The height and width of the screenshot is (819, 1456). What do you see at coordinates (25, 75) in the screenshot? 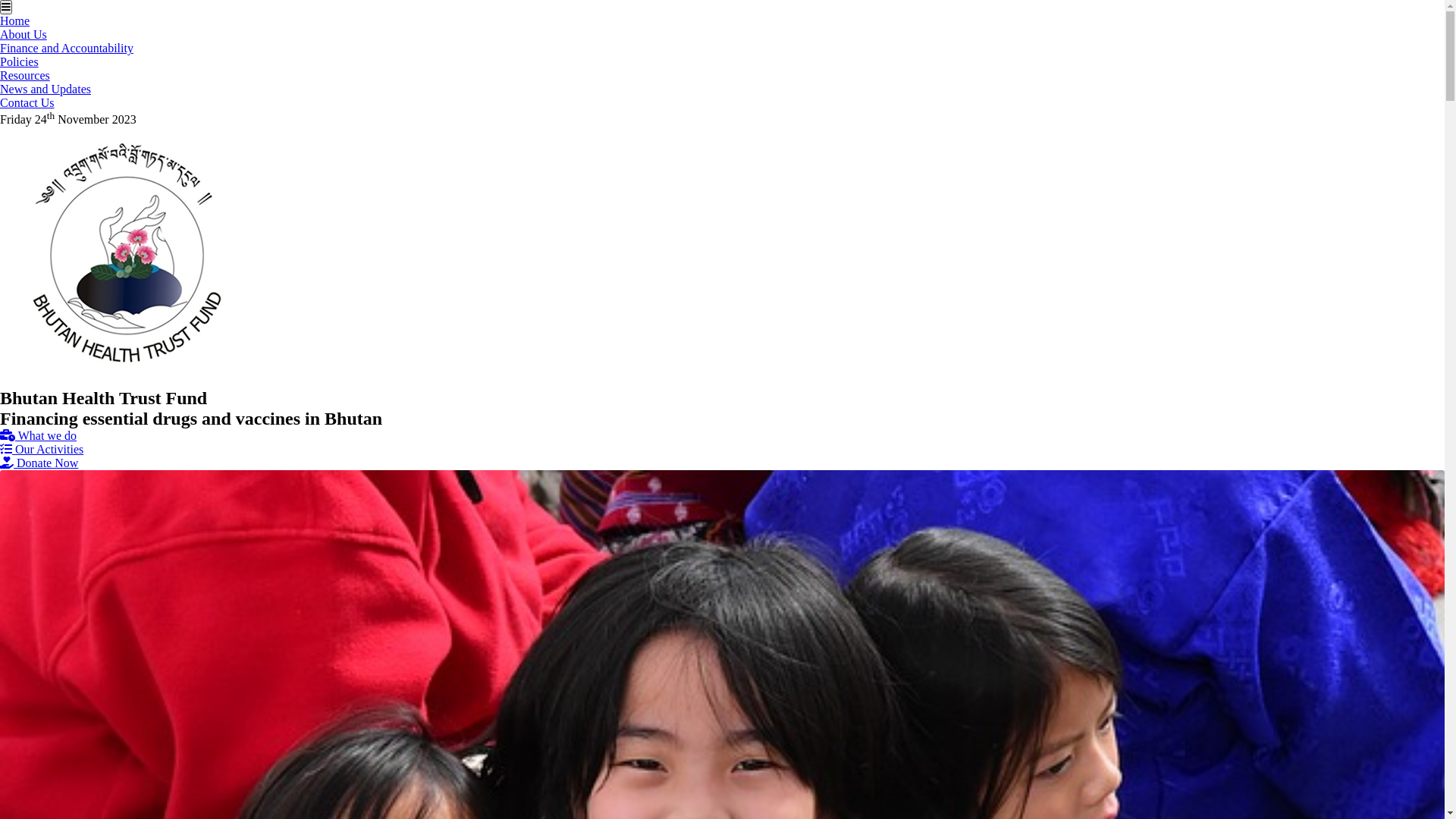
I see `'Resources'` at bounding box center [25, 75].